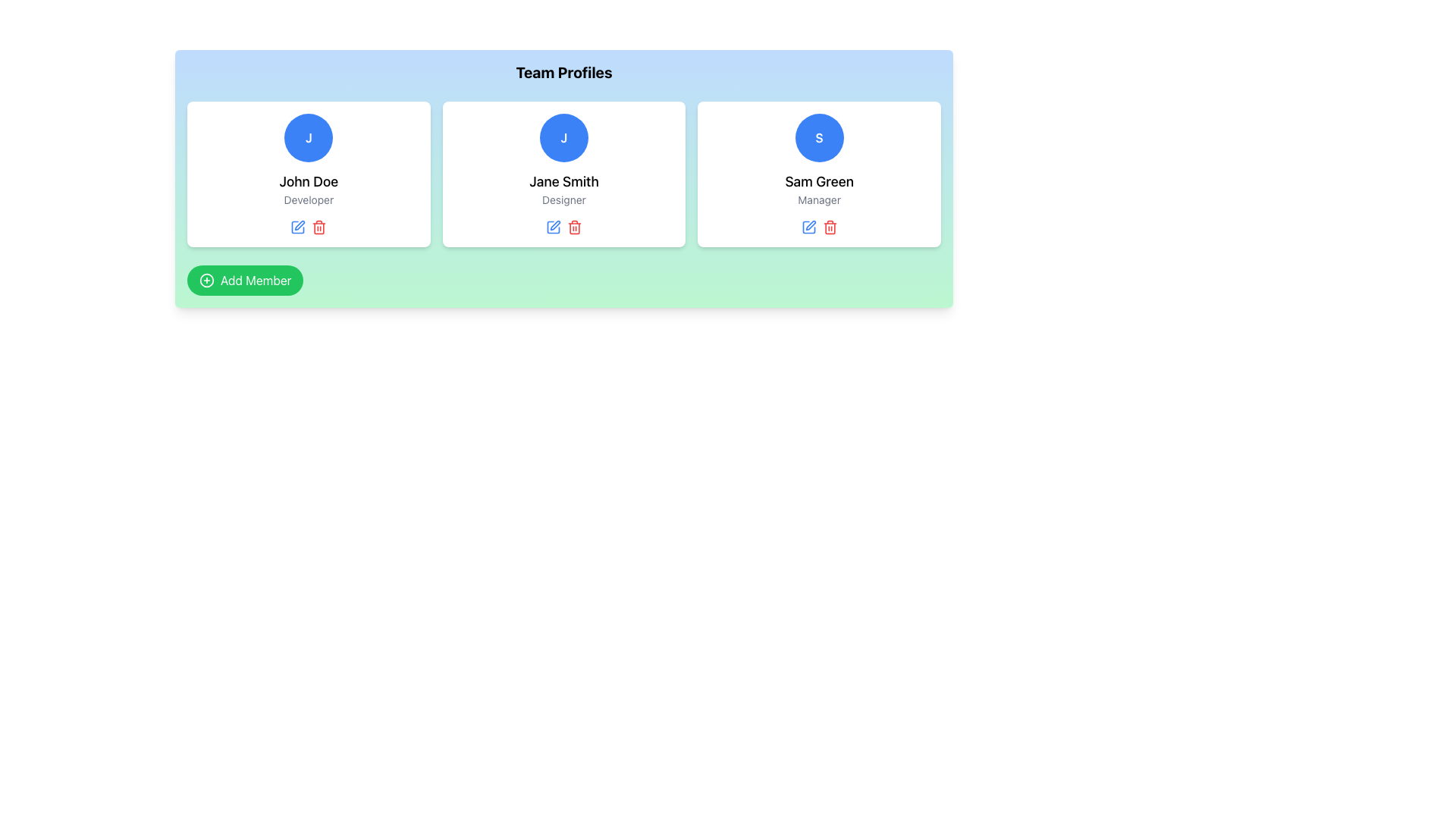 This screenshot has width=1456, height=819. Describe the element at coordinates (563, 73) in the screenshot. I see `the text element displaying 'Team Profiles' in bold, centered formatting at the top of the card-like section` at that location.